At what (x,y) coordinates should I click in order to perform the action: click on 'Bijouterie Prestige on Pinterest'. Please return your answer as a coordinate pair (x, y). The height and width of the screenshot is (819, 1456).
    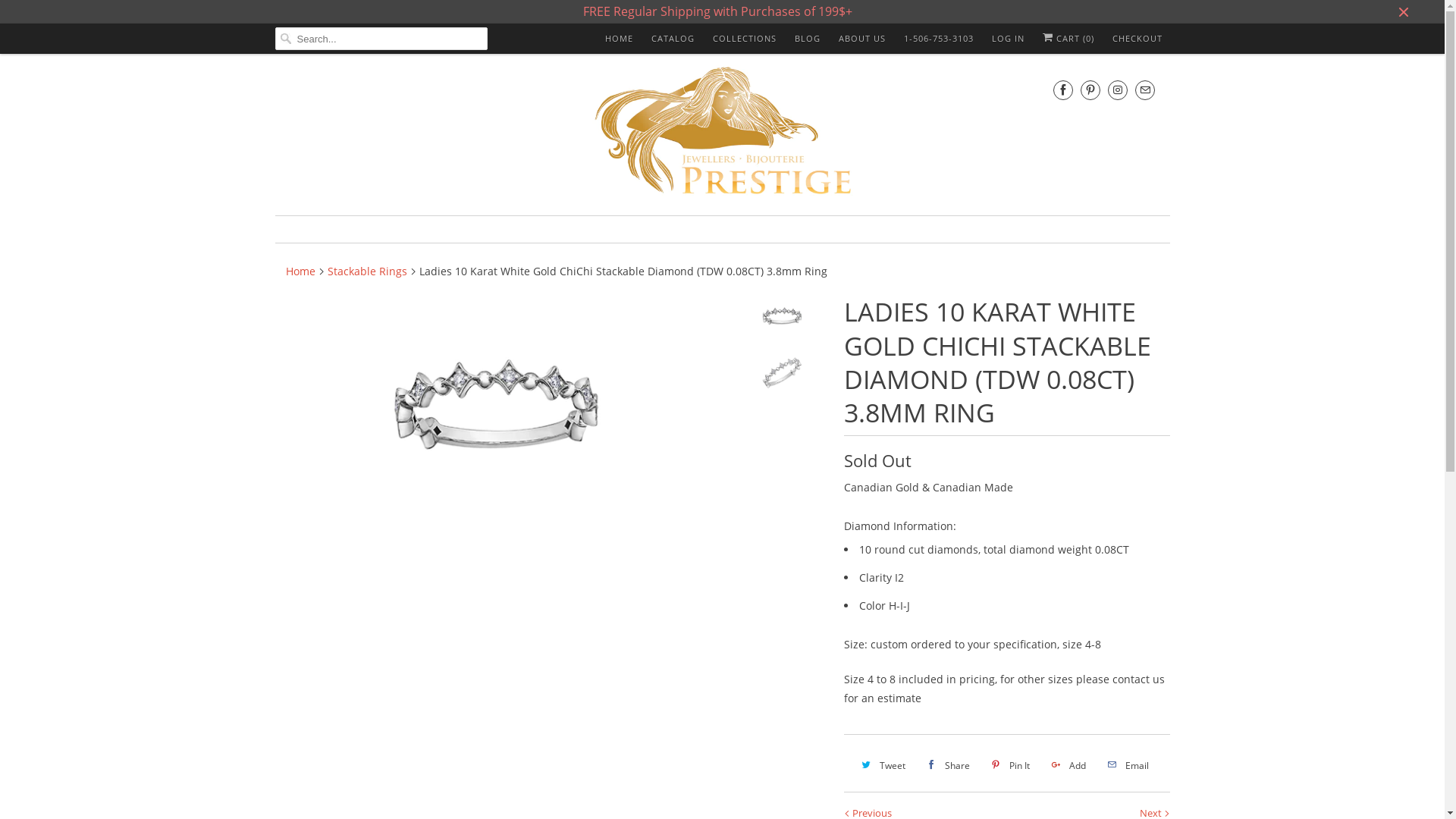
    Looking at the image, I should click on (1088, 89).